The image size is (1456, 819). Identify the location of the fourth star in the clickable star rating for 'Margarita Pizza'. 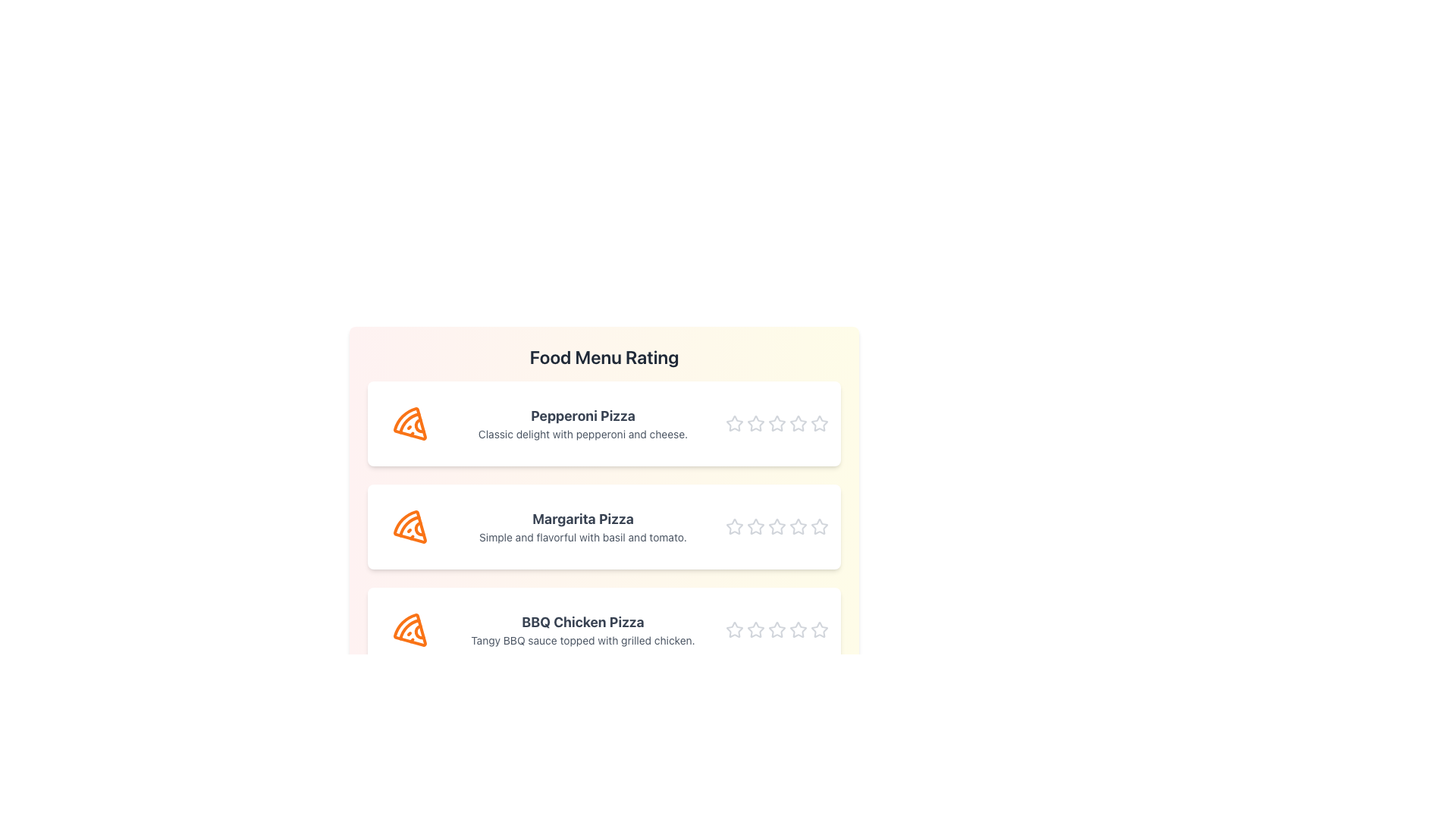
(818, 526).